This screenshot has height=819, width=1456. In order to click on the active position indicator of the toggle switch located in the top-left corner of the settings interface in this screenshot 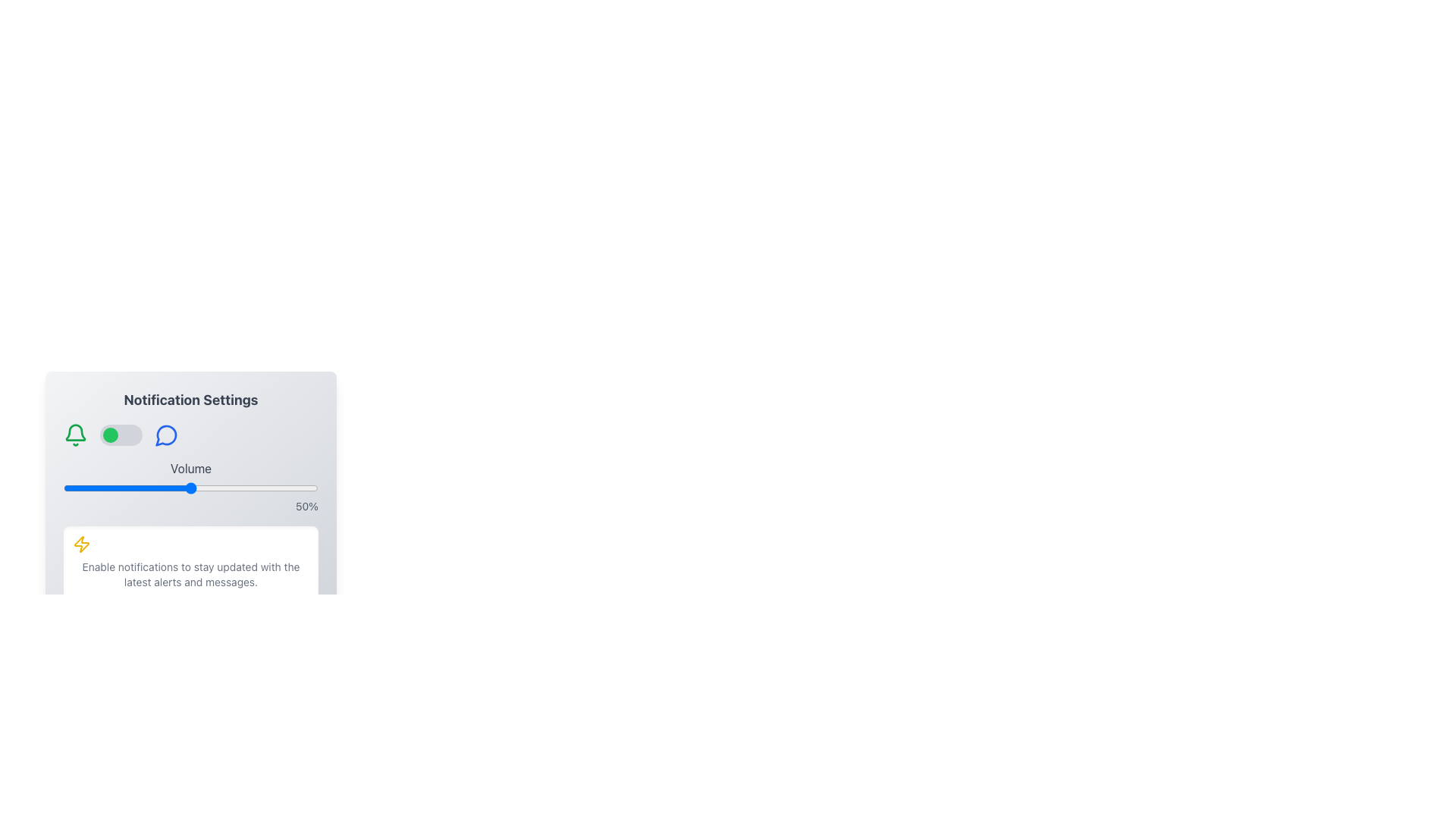, I will do `click(109, 435)`.